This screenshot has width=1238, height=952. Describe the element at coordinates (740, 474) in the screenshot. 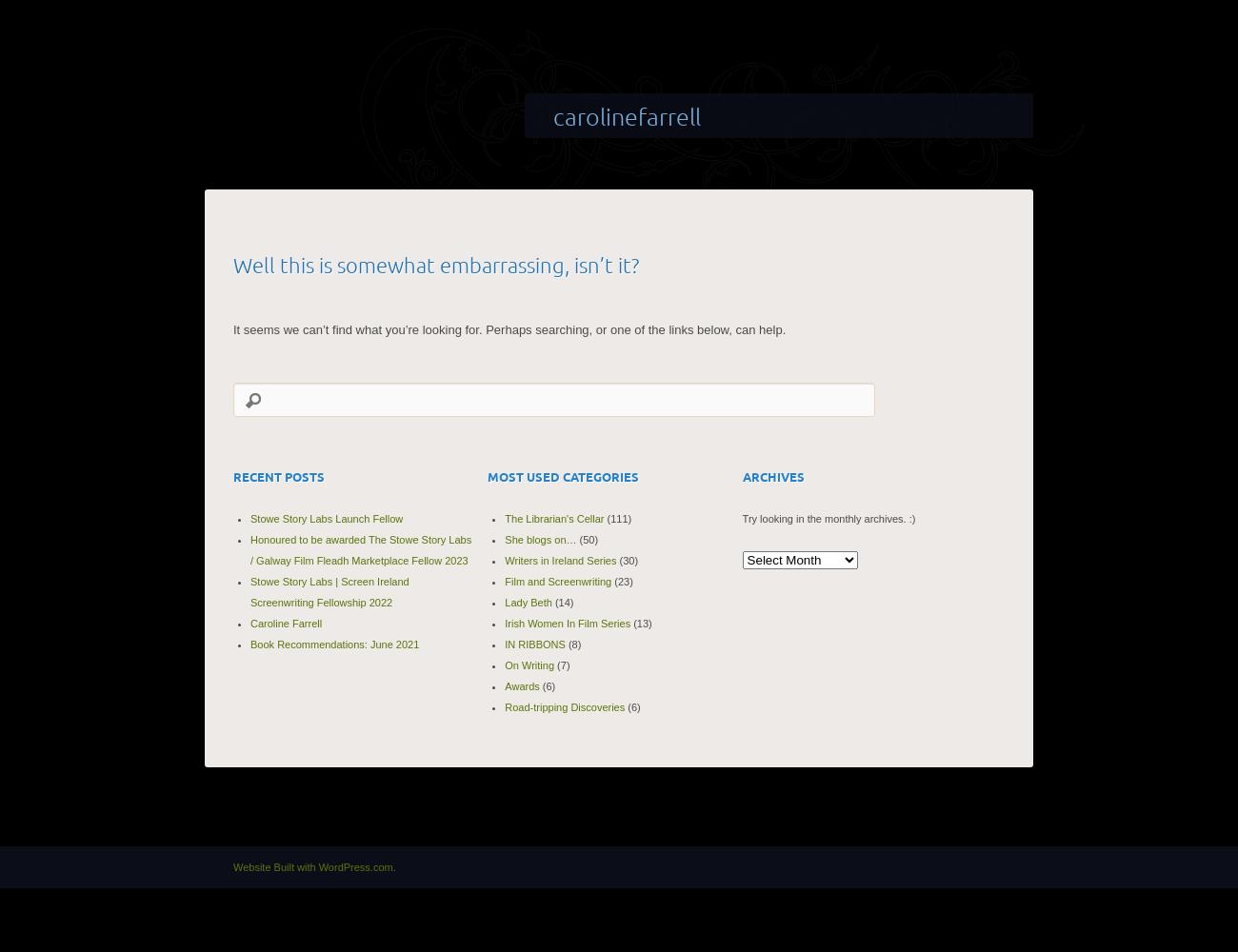

I see `'Archives'` at that location.